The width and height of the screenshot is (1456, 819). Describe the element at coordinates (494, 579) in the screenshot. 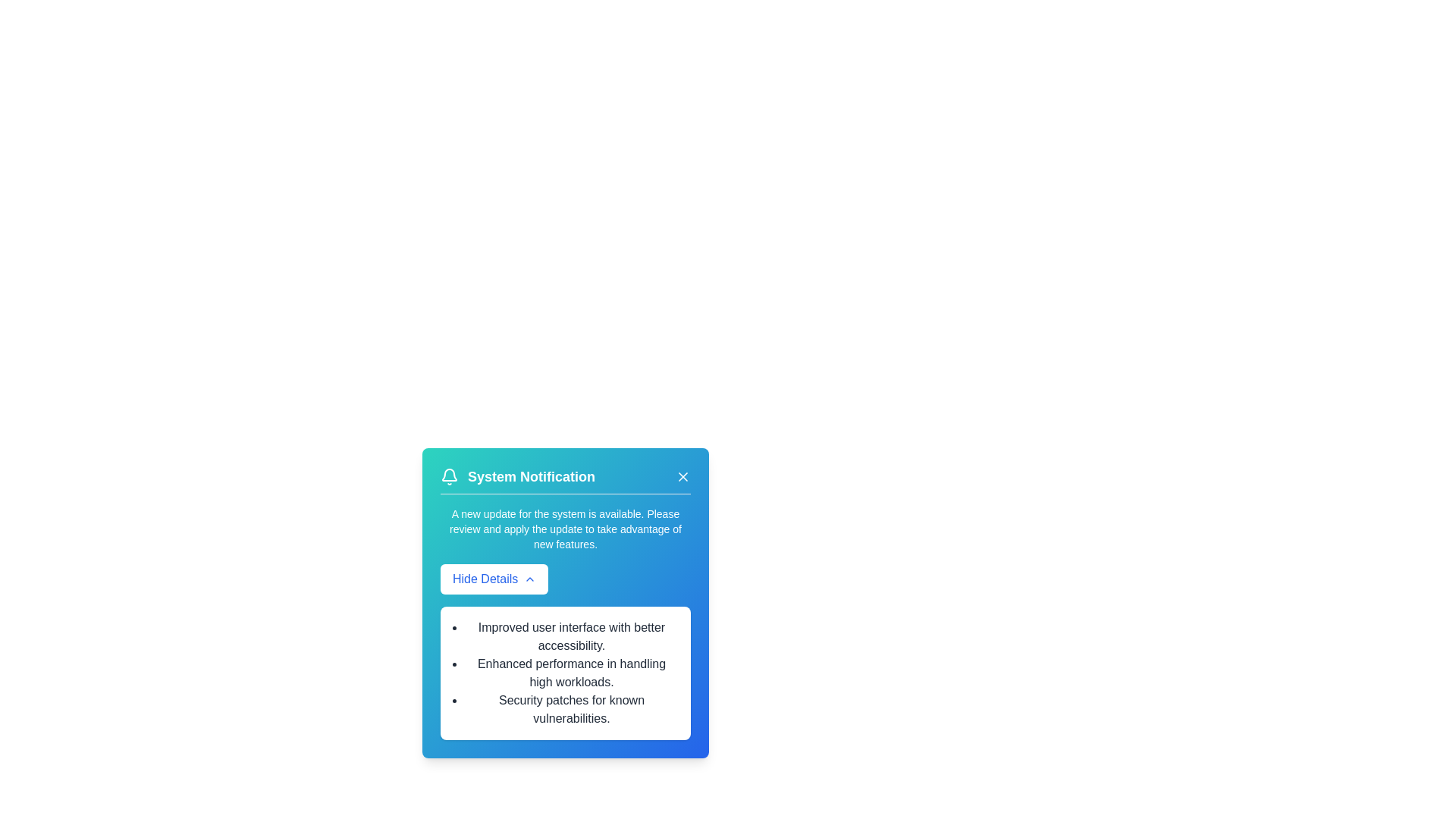

I see `the 'Hide Details' button to toggle the visibility of the details section` at that location.